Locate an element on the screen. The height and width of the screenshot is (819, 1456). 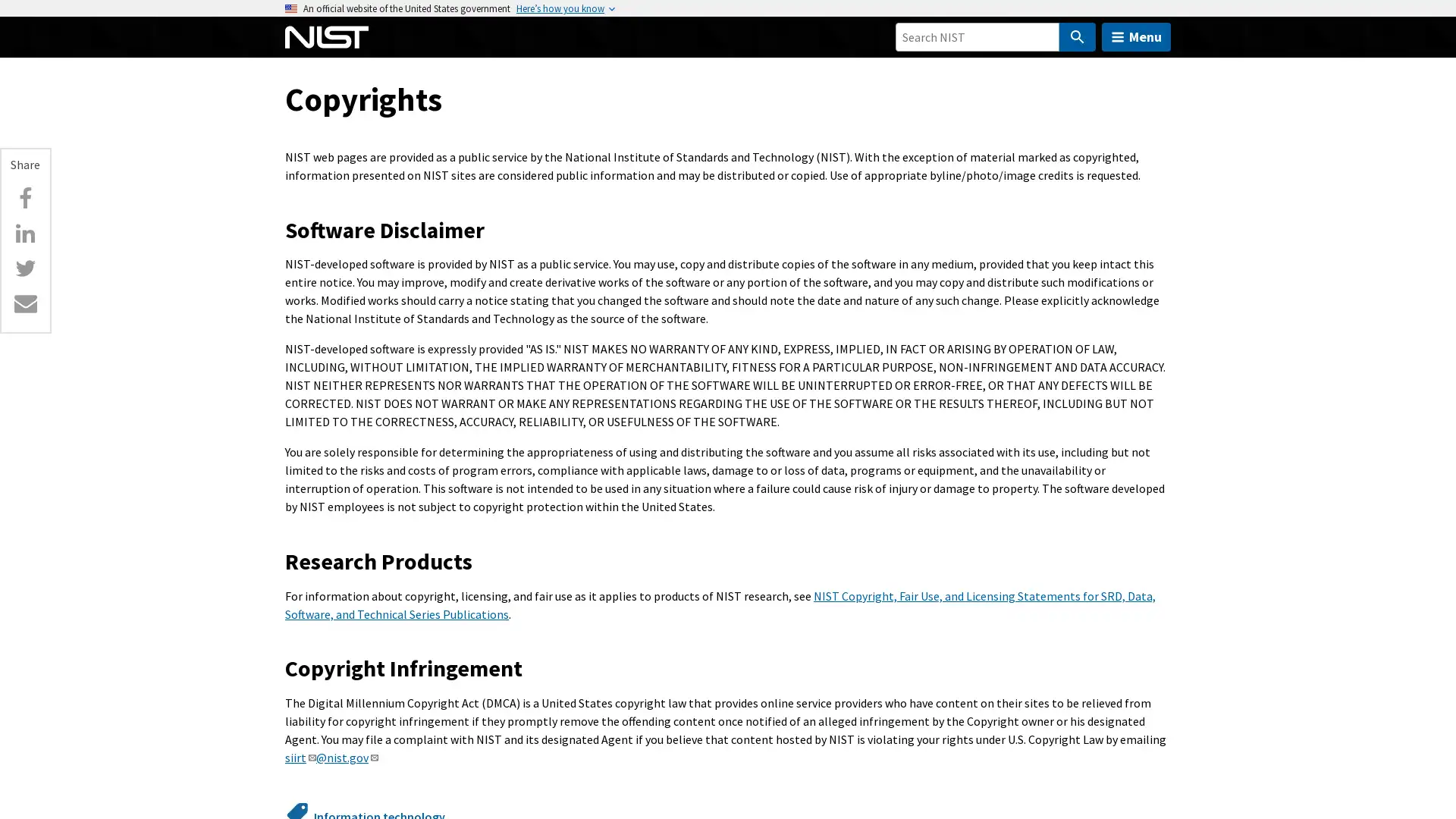
Search is located at coordinates (1076, 36).